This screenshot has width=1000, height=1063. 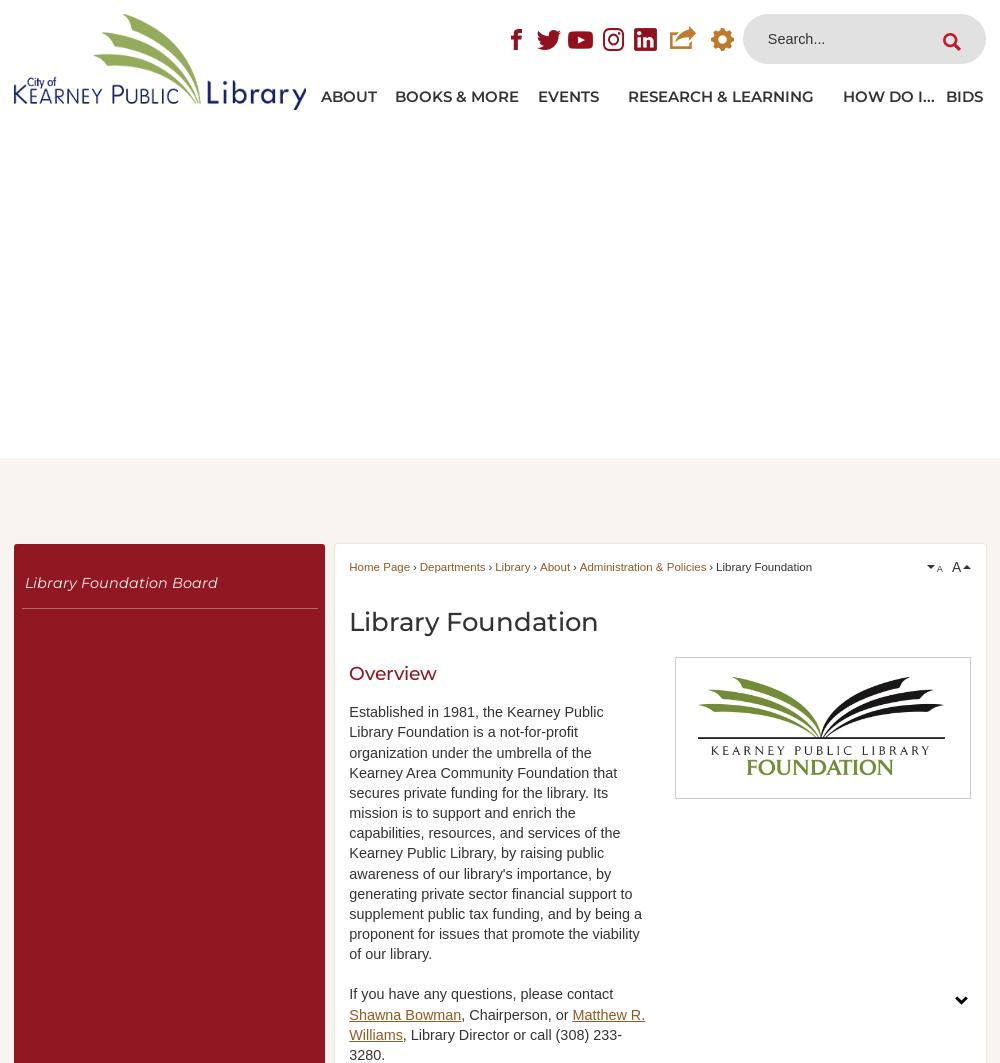 I want to click on 'Research & Learning', so click(x=635, y=93).